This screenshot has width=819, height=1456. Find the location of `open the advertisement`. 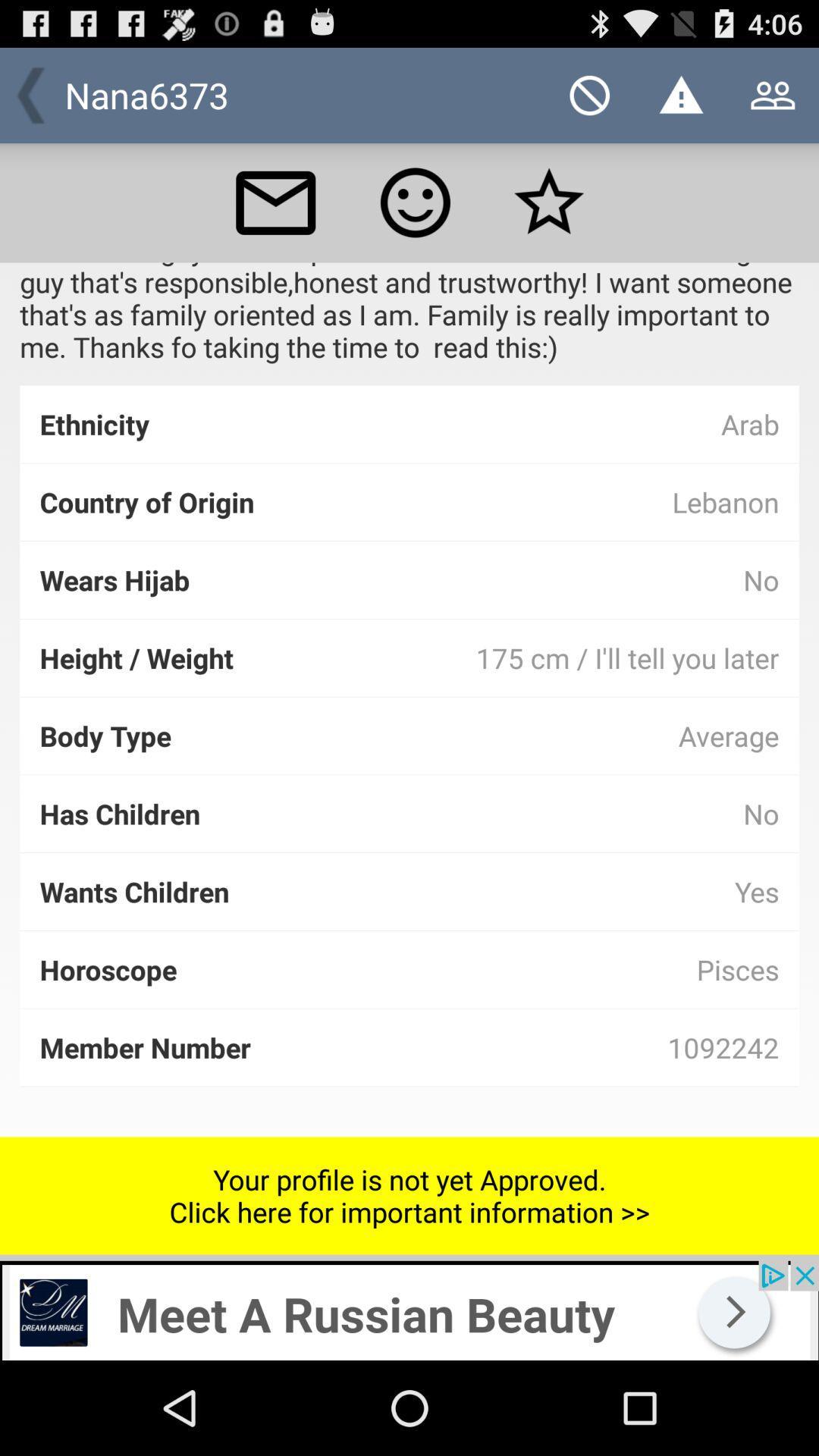

open the advertisement is located at coordinates (409, 1310).